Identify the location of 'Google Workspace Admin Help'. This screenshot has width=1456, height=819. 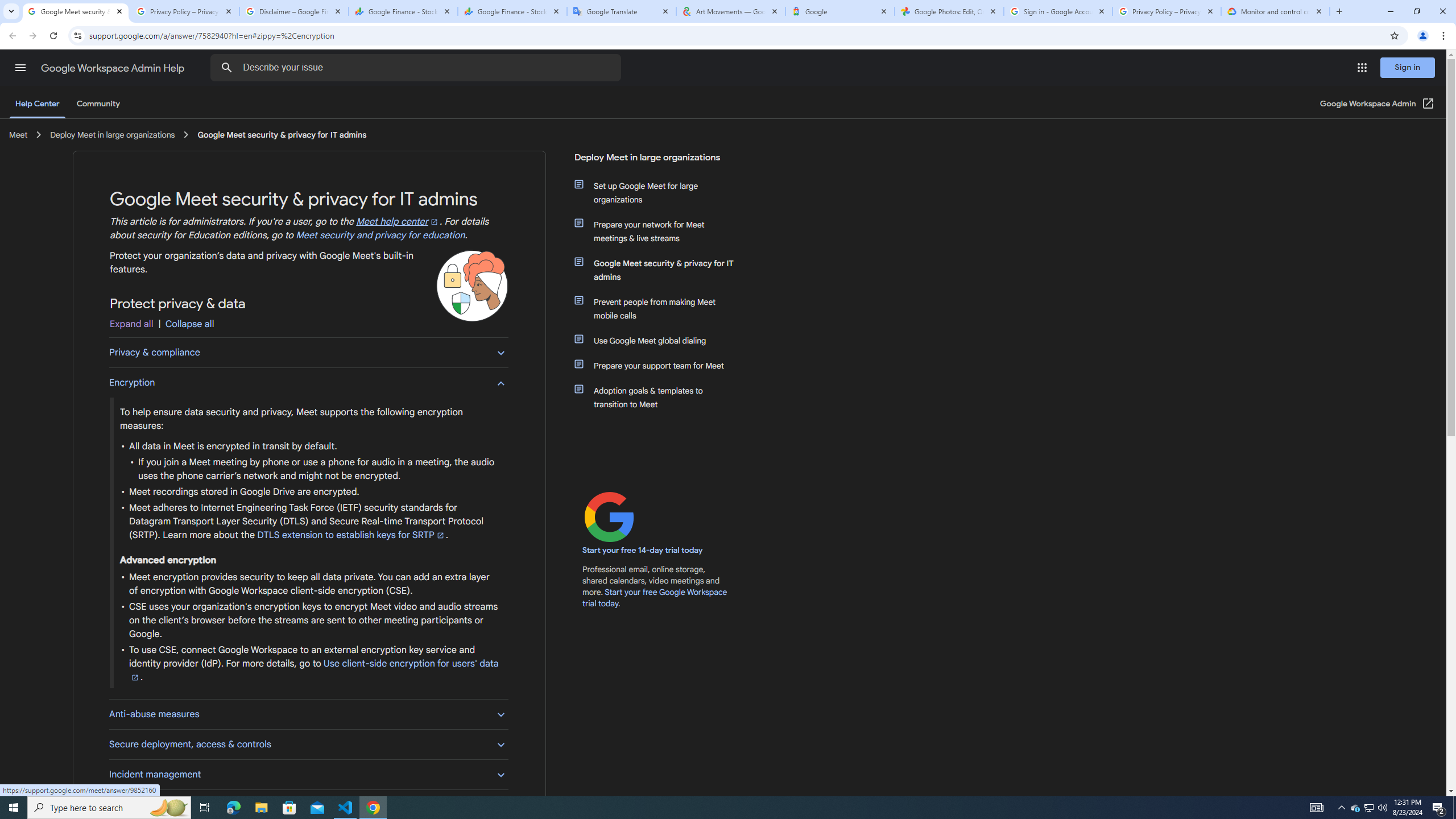
(113, 68).